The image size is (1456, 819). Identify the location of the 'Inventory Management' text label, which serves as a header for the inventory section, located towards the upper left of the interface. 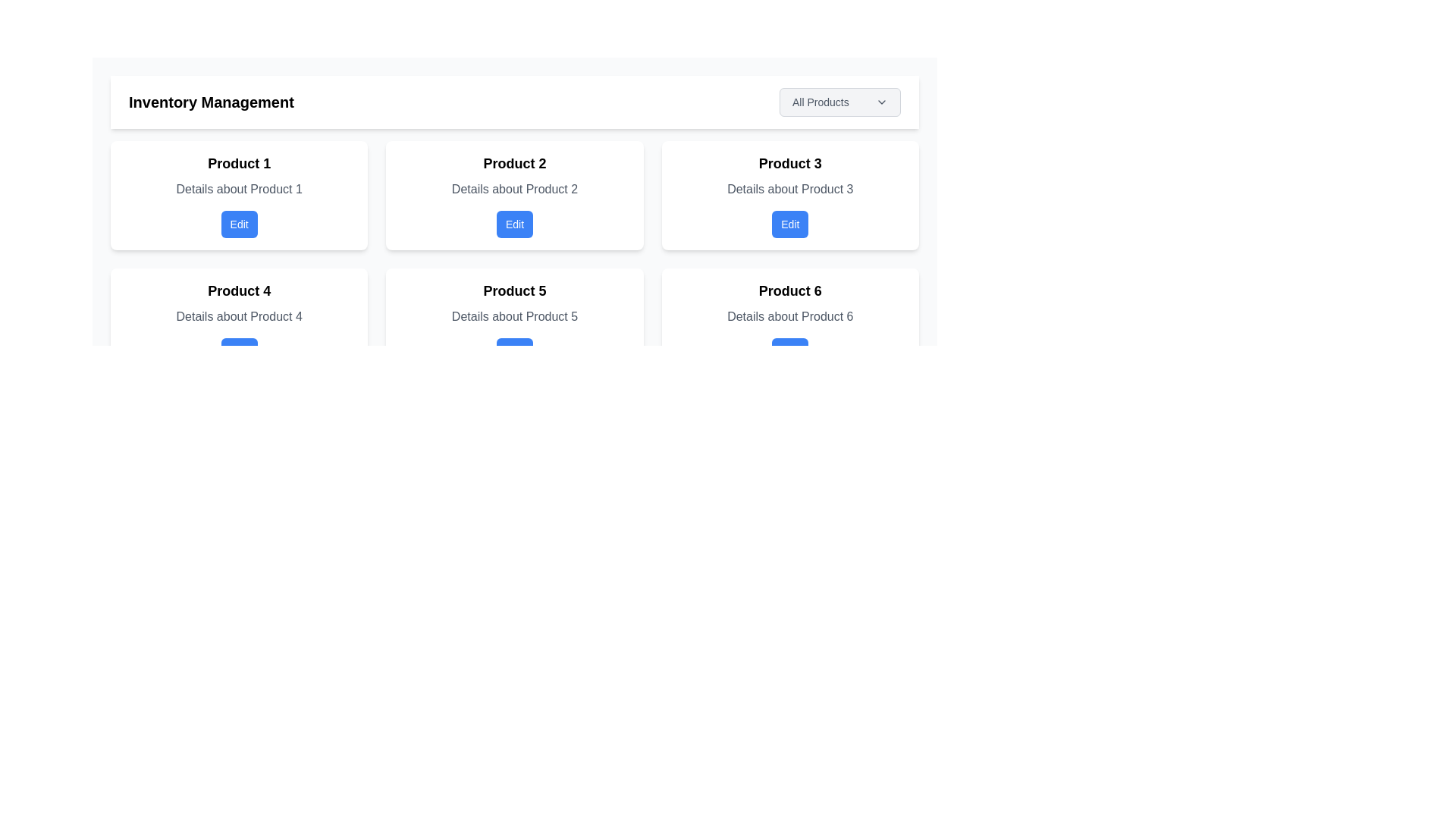
(210, 102).